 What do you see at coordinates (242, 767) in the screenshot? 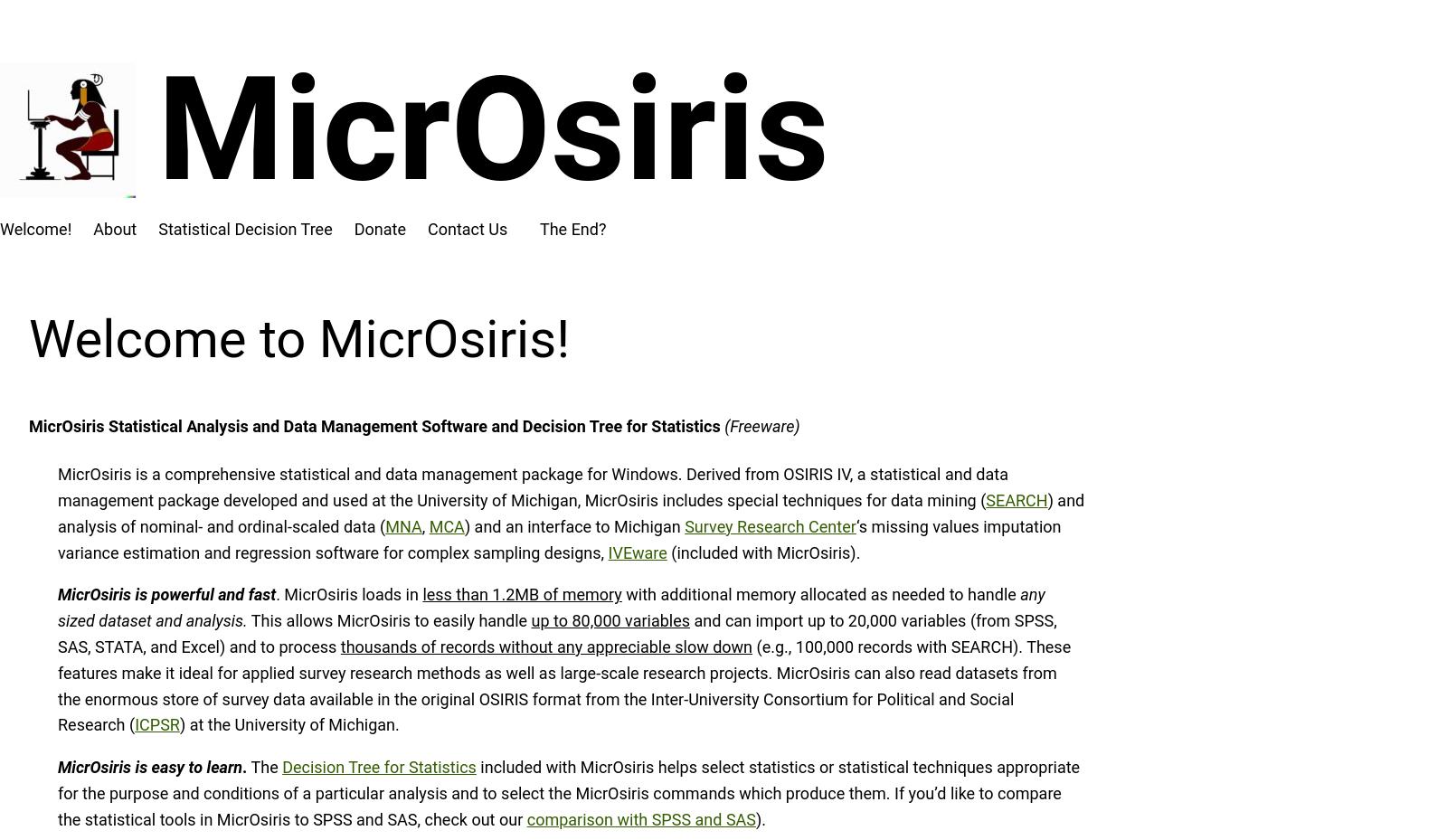
I see `'.'` at bounding box center [242, 767].